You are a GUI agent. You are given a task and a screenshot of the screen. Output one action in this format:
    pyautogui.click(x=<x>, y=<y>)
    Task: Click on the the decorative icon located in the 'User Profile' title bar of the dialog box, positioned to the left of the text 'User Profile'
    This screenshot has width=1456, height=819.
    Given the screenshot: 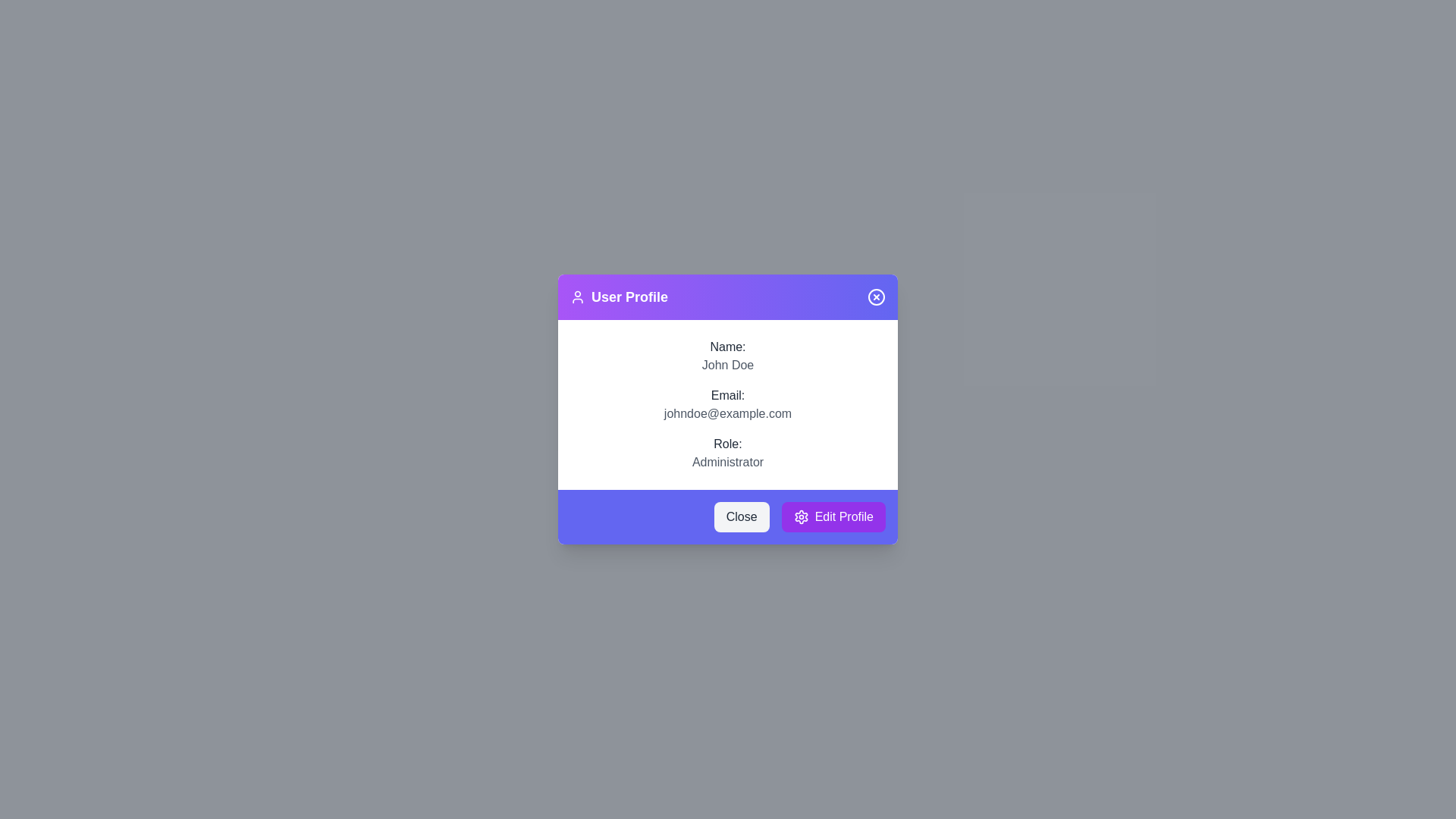 What is the action you would take?
    pyautogui.click(x=577, y=297)
    